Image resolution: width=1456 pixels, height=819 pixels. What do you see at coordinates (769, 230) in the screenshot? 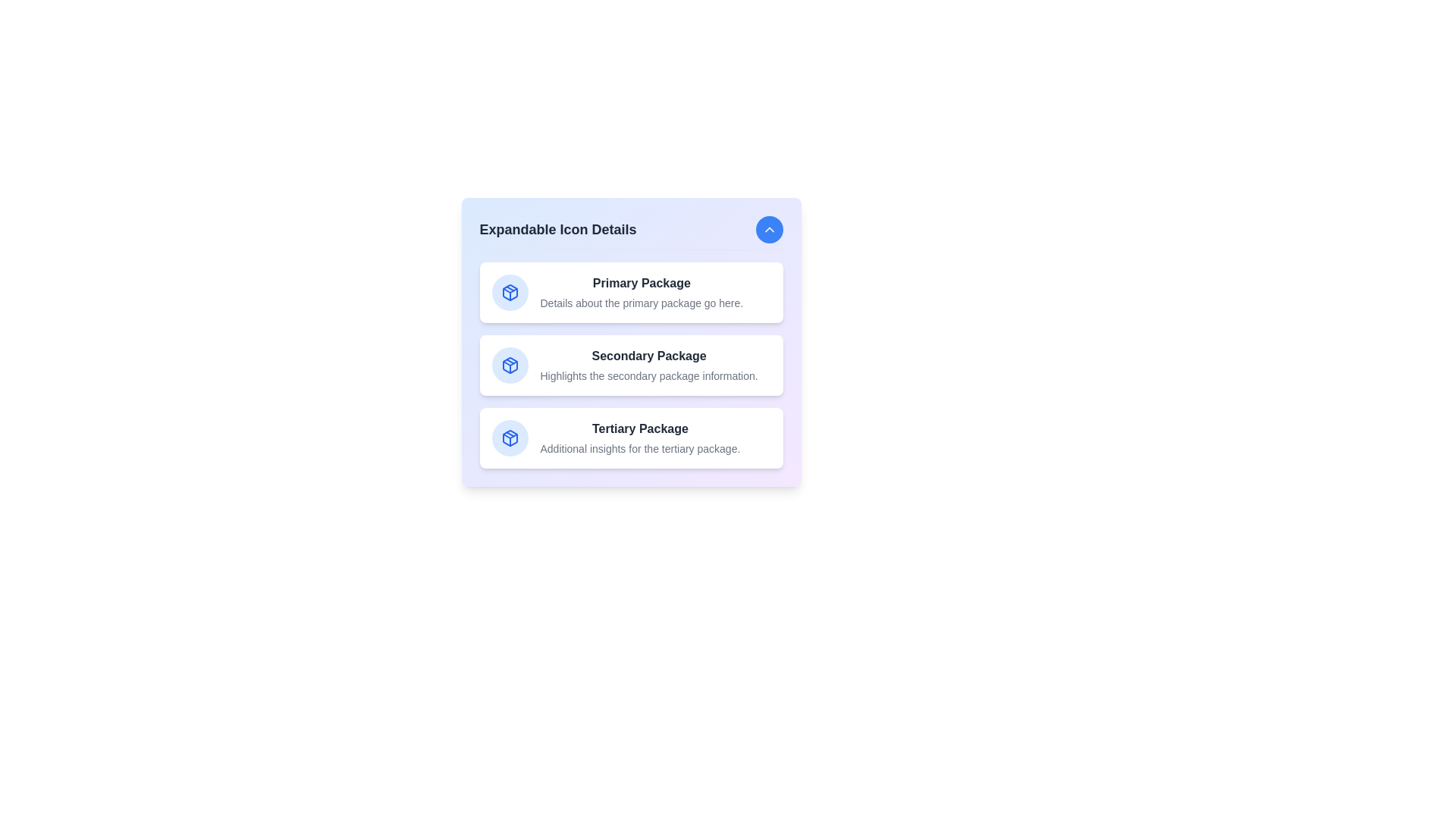
I see `the upward-pointing chevron icon button located in the upper-right corner of the 'Expandable Icon Details' card` at bounding box center [769, 230].